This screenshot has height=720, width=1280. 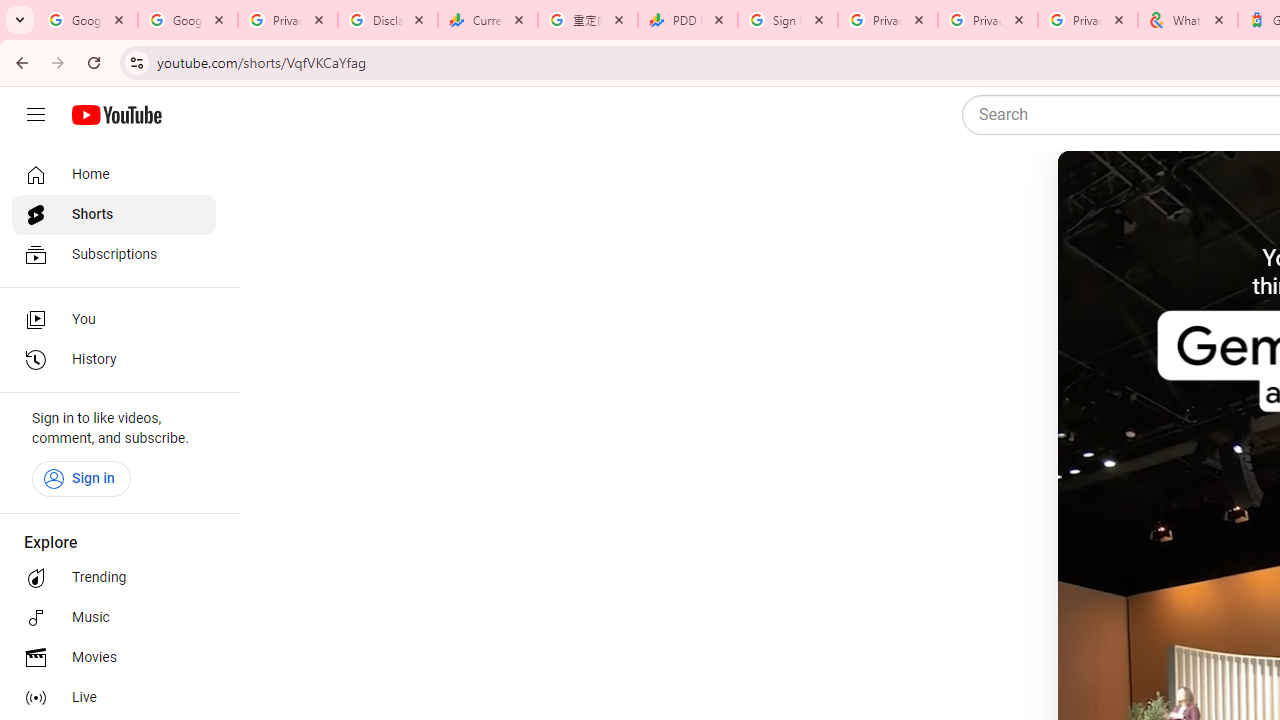 What do you see at coordinates (1087, 20) in the screenshot?
I see `'Privacy Checkup'` at bounding box center [1087, 20].